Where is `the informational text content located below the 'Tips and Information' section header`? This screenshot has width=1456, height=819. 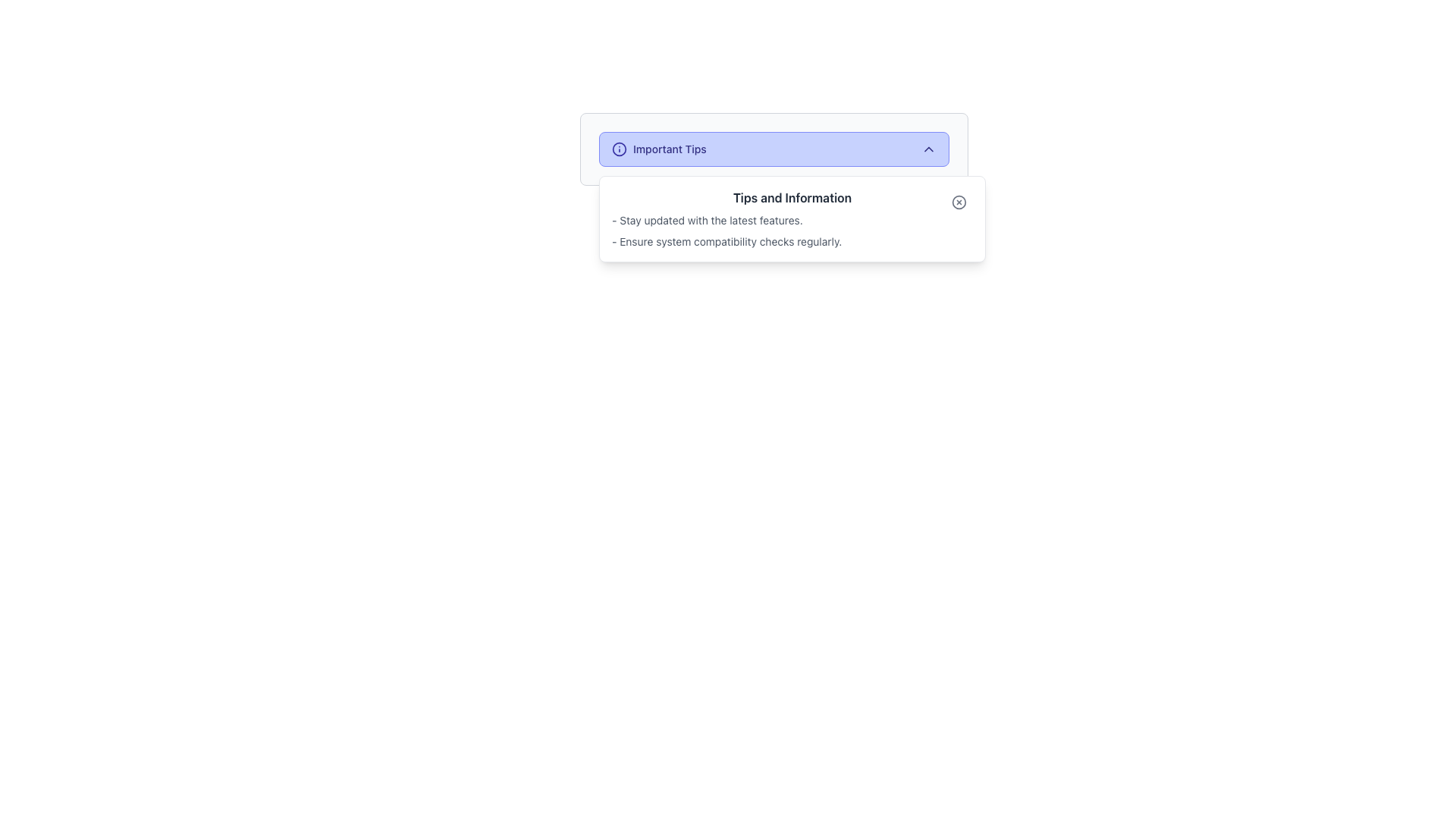
the informational text content located below the 'Tips and Information' section header is located at coordinates (792, 231).